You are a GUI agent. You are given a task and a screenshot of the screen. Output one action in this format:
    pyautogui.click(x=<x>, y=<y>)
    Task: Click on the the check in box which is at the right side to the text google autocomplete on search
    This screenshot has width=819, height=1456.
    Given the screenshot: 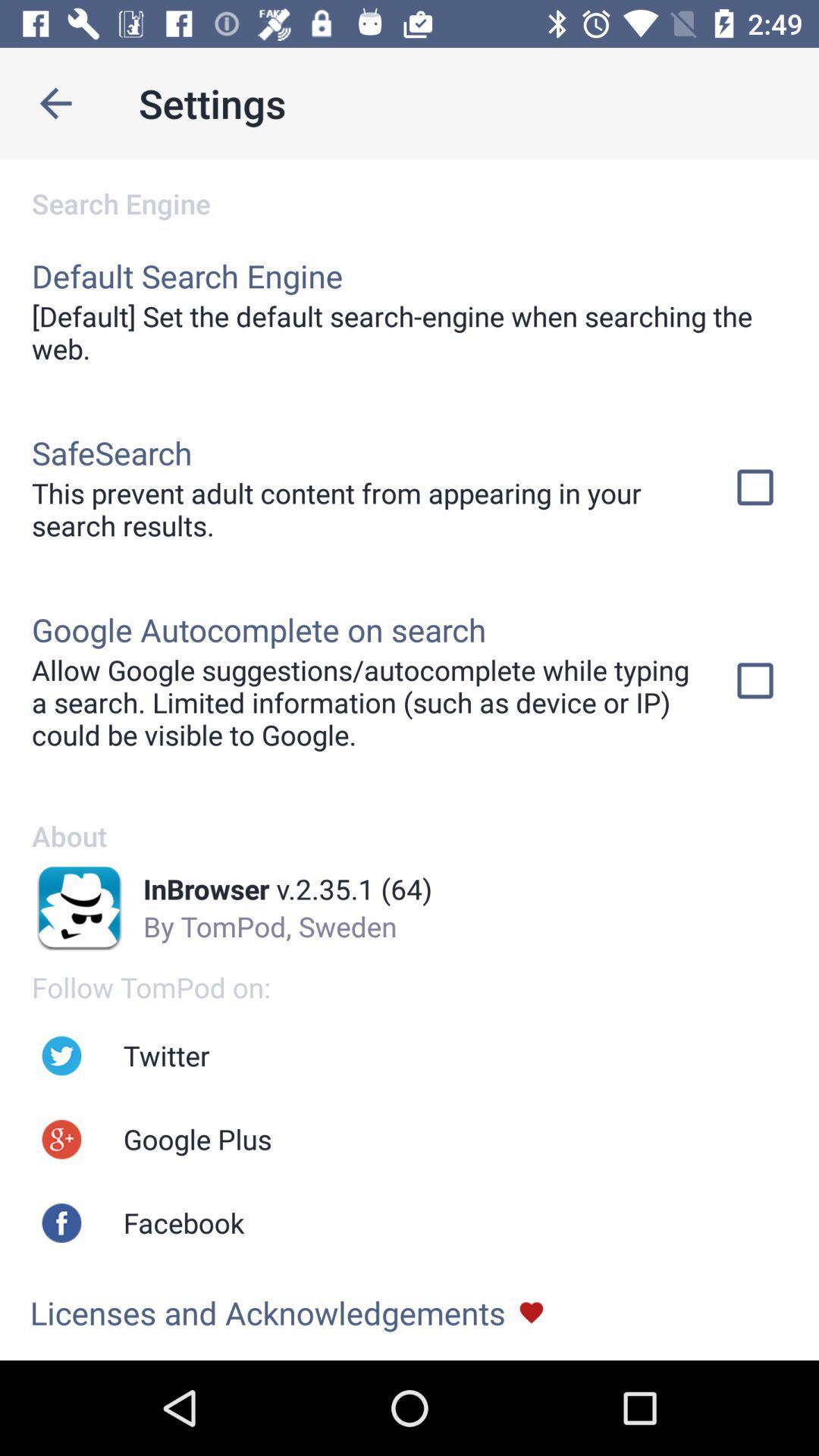 What is the action you would take?
    pyautogui.click(x=755, y=679)
    